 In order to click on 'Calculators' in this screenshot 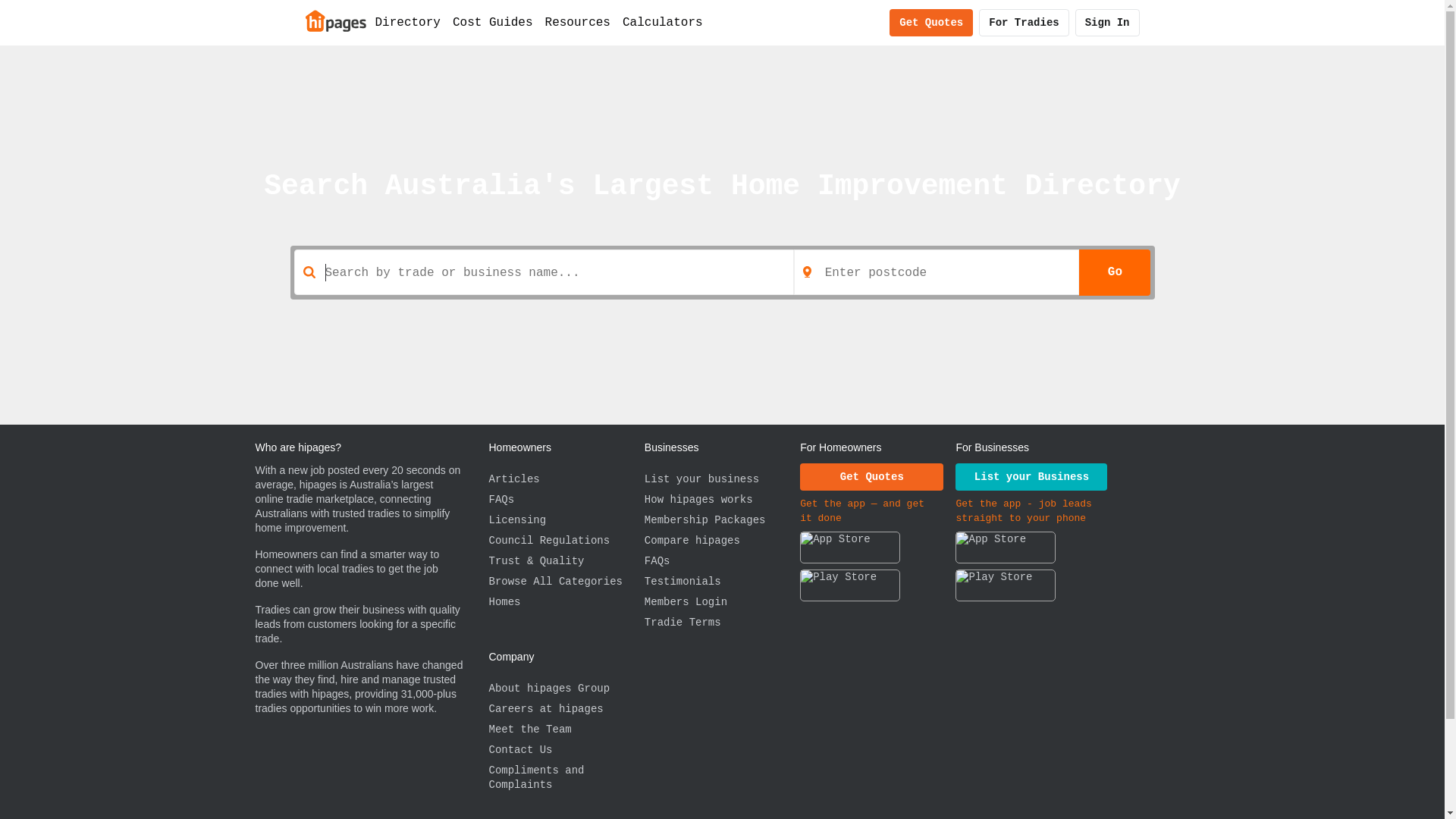, I will do `click(616, 23)`.